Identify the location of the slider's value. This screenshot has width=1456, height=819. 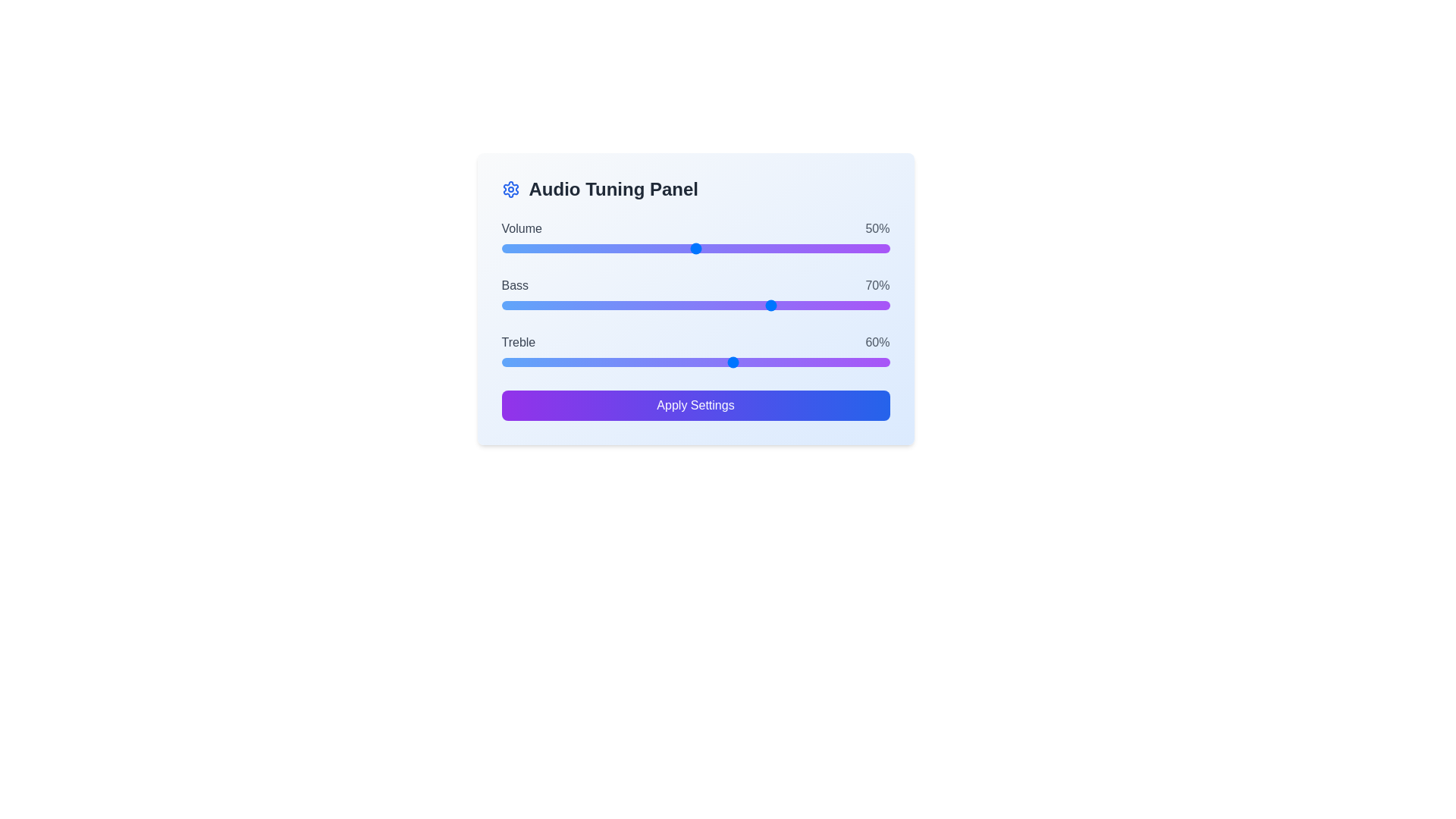
(811, 362).